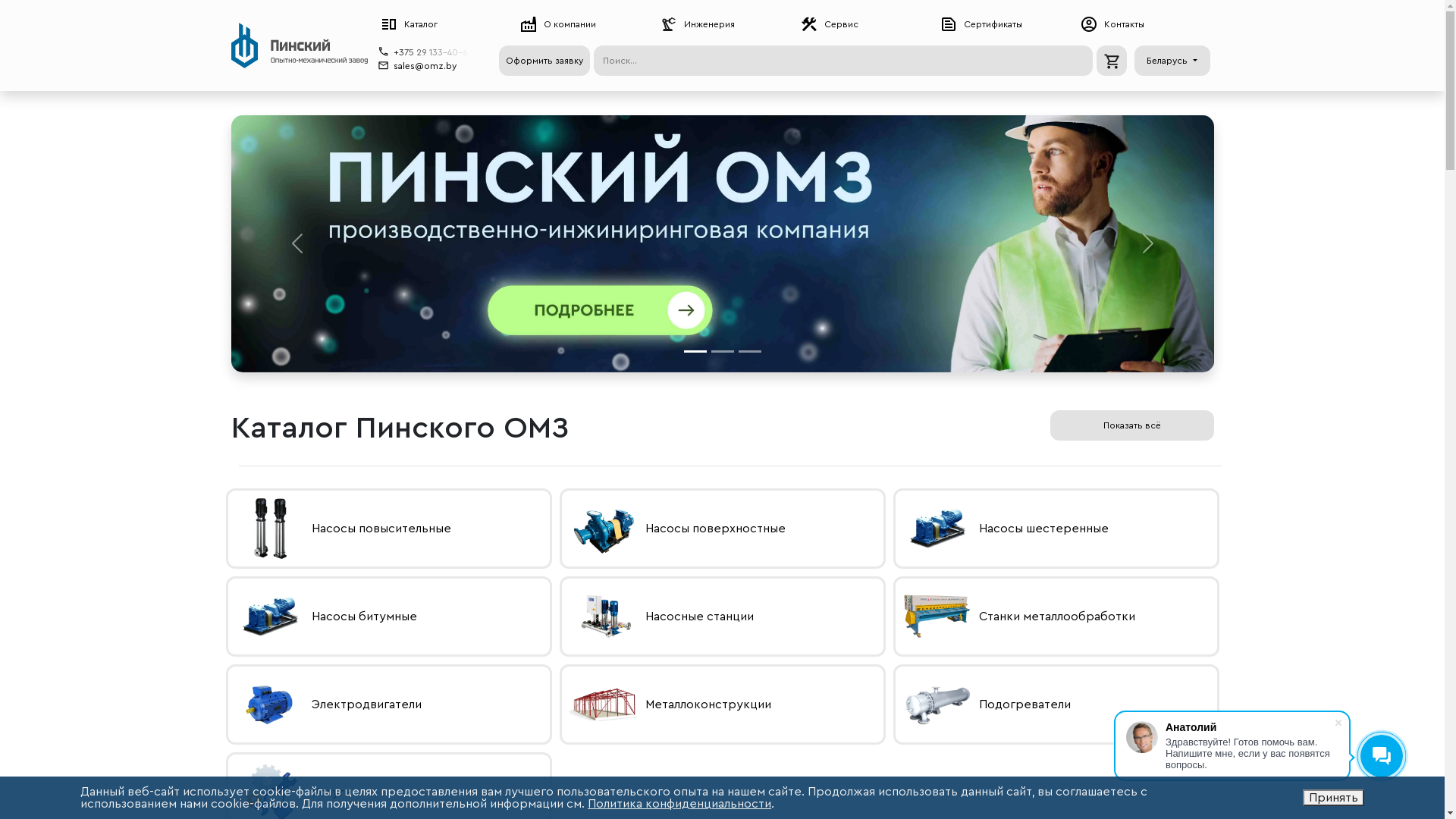 This screenshot has height=819, width=1456. What do you see at coordinates (393, 52) in the screenshot?
I see `'+375 29 133-40-6'` at bounding box center [393, 52].